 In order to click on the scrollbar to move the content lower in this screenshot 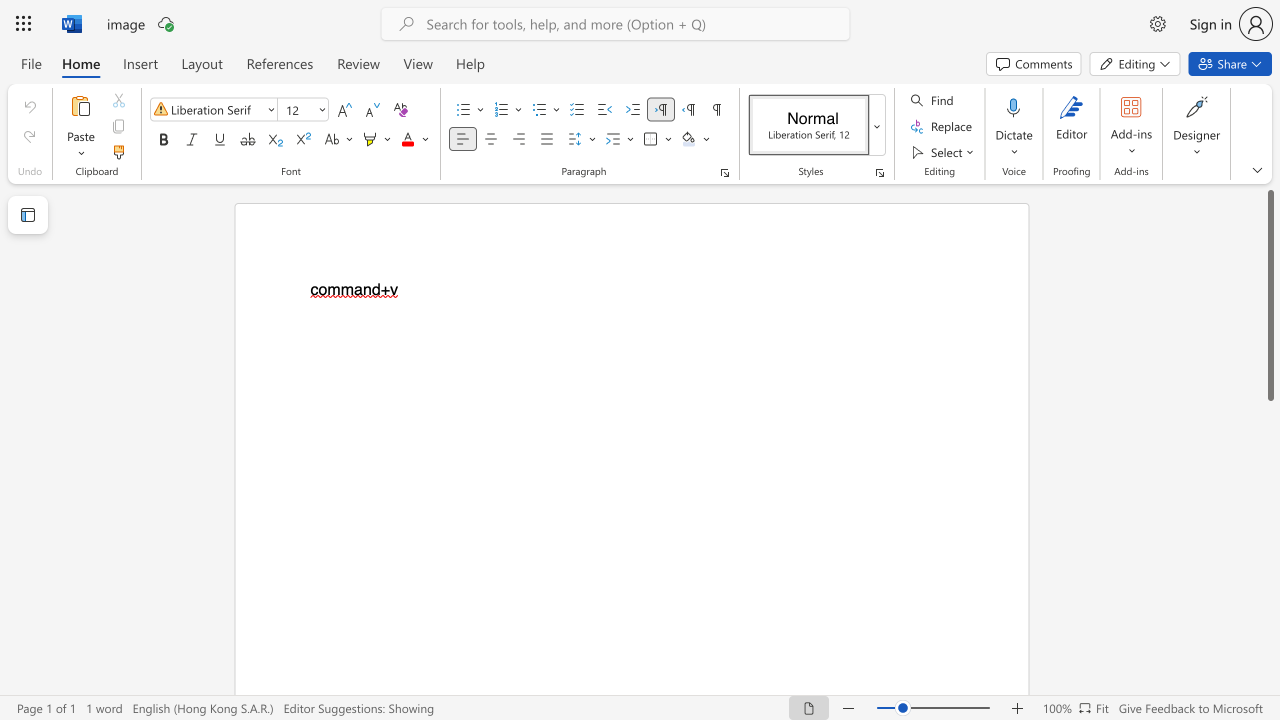, I will do `click(1269, 570)`.